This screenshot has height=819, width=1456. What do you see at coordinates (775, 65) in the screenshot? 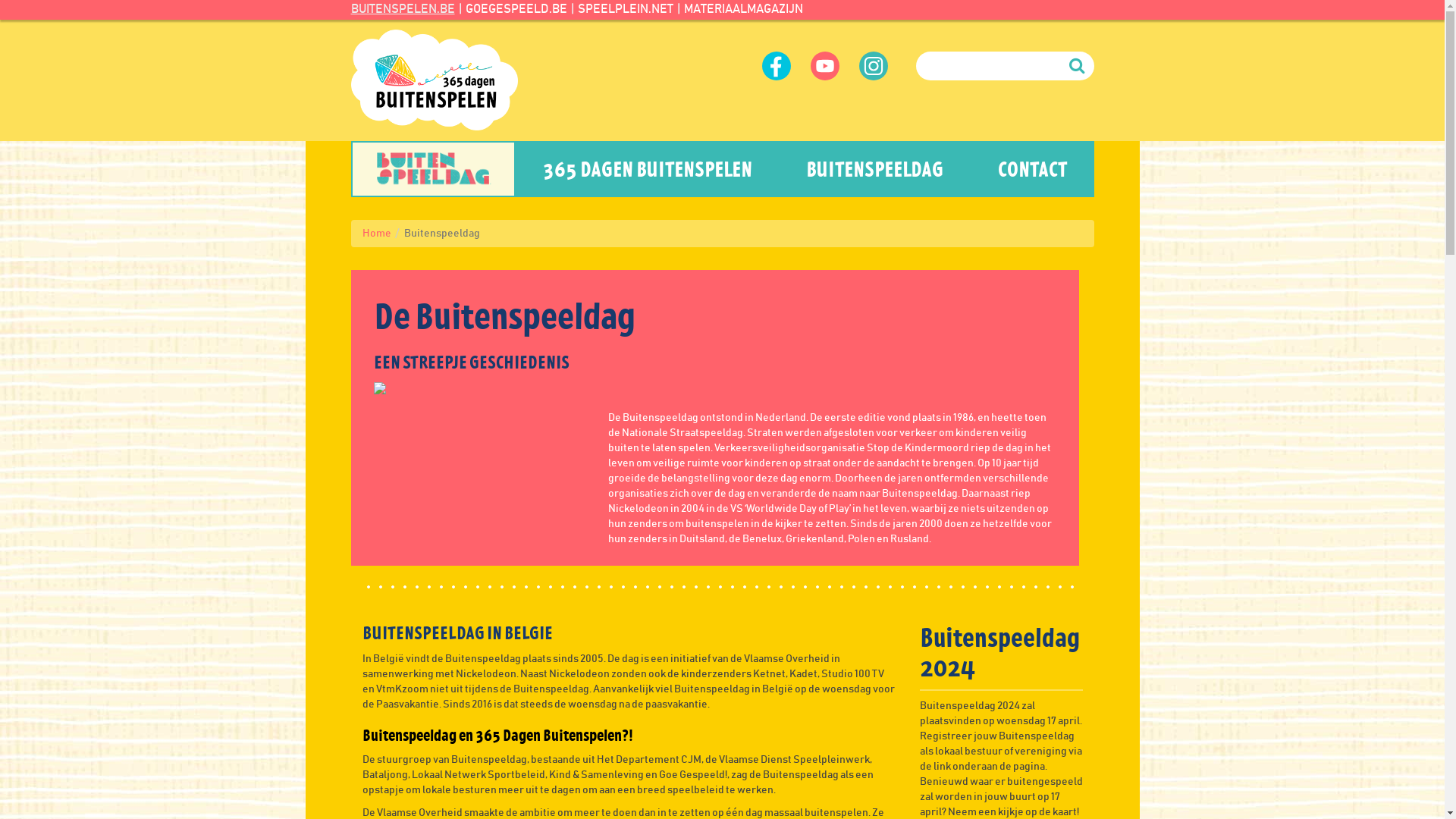
I see `'Volg ons op Facebook'` at bounding box center [775, 65].